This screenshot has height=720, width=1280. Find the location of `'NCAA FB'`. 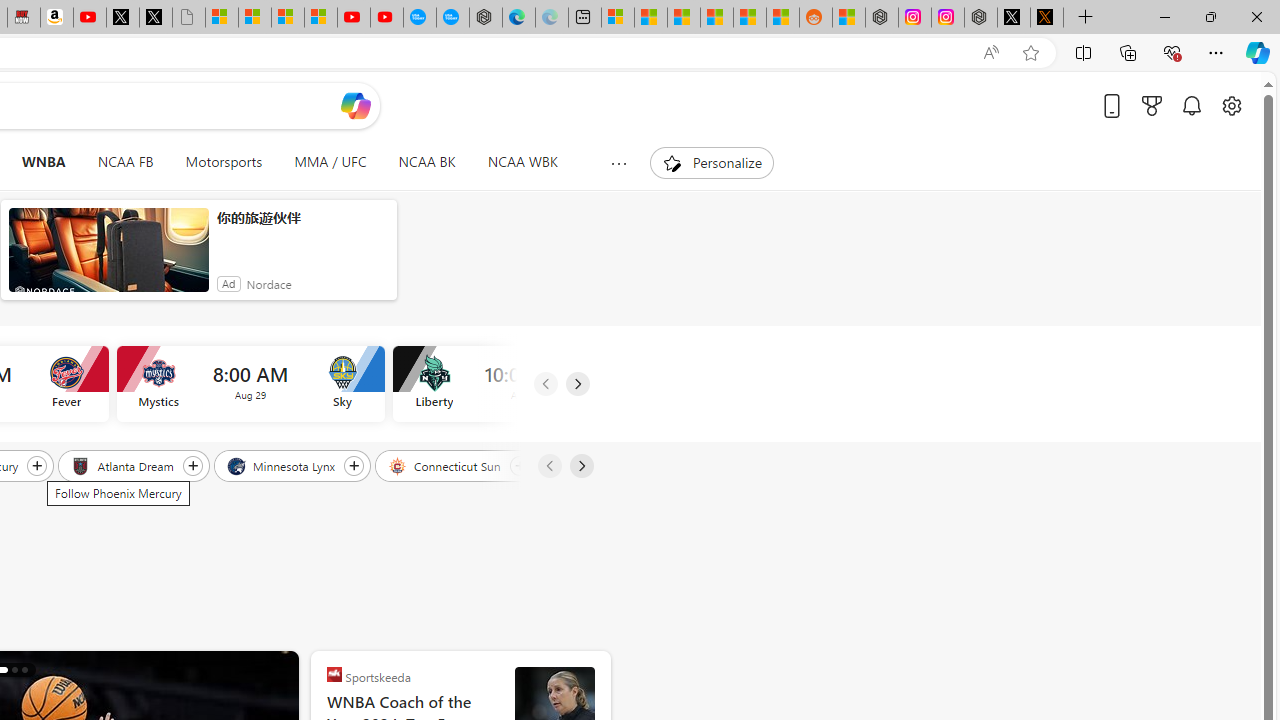

'NCAA FB' is located at coordinates (124, 162).